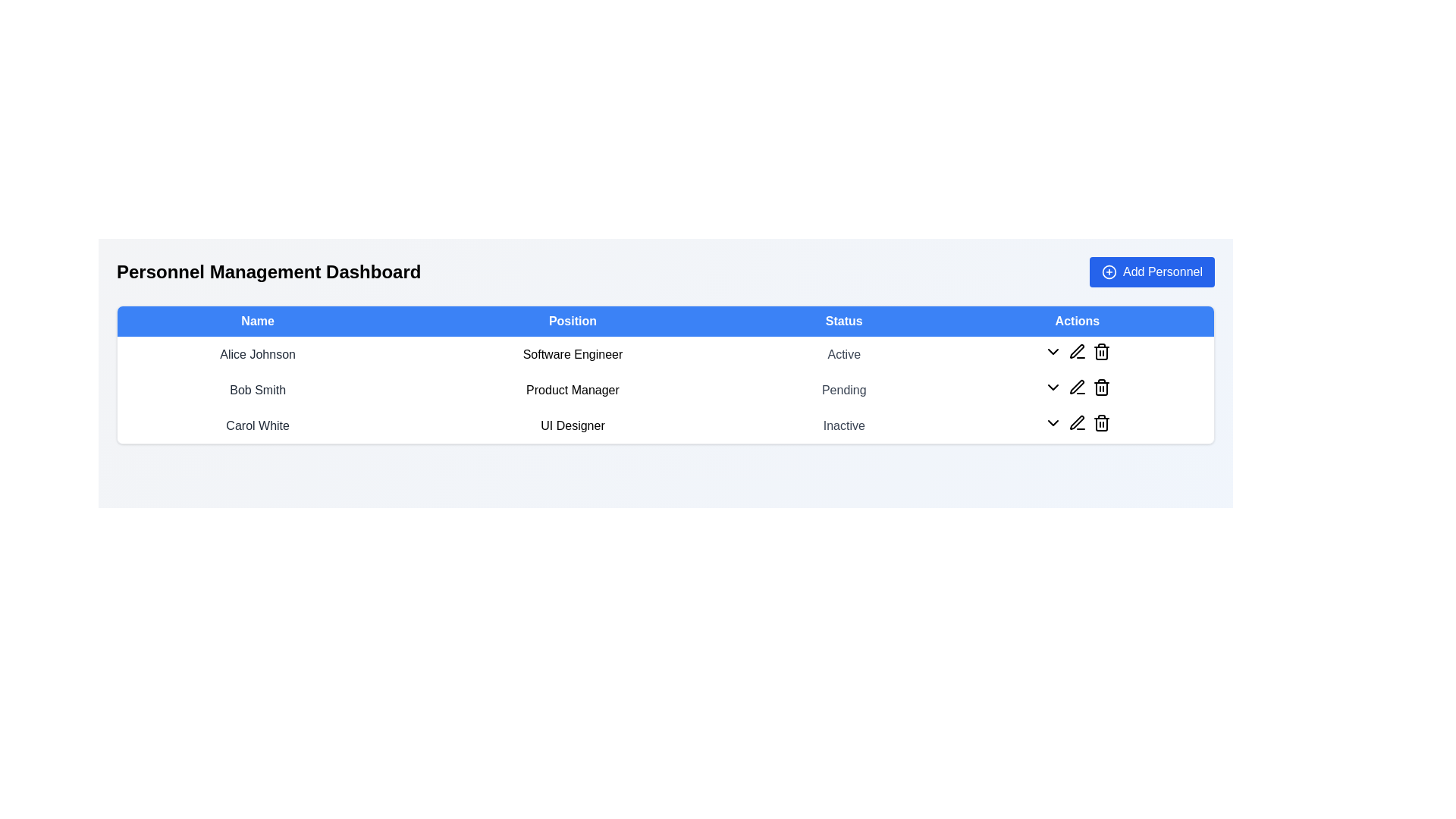 The width and height of the screenshot is (1456, 819). I want to click on the Text label displaying the name of the individual in the personnel list, located in the leftmost column of the third row, under the header 'Name', so click(258, 425).